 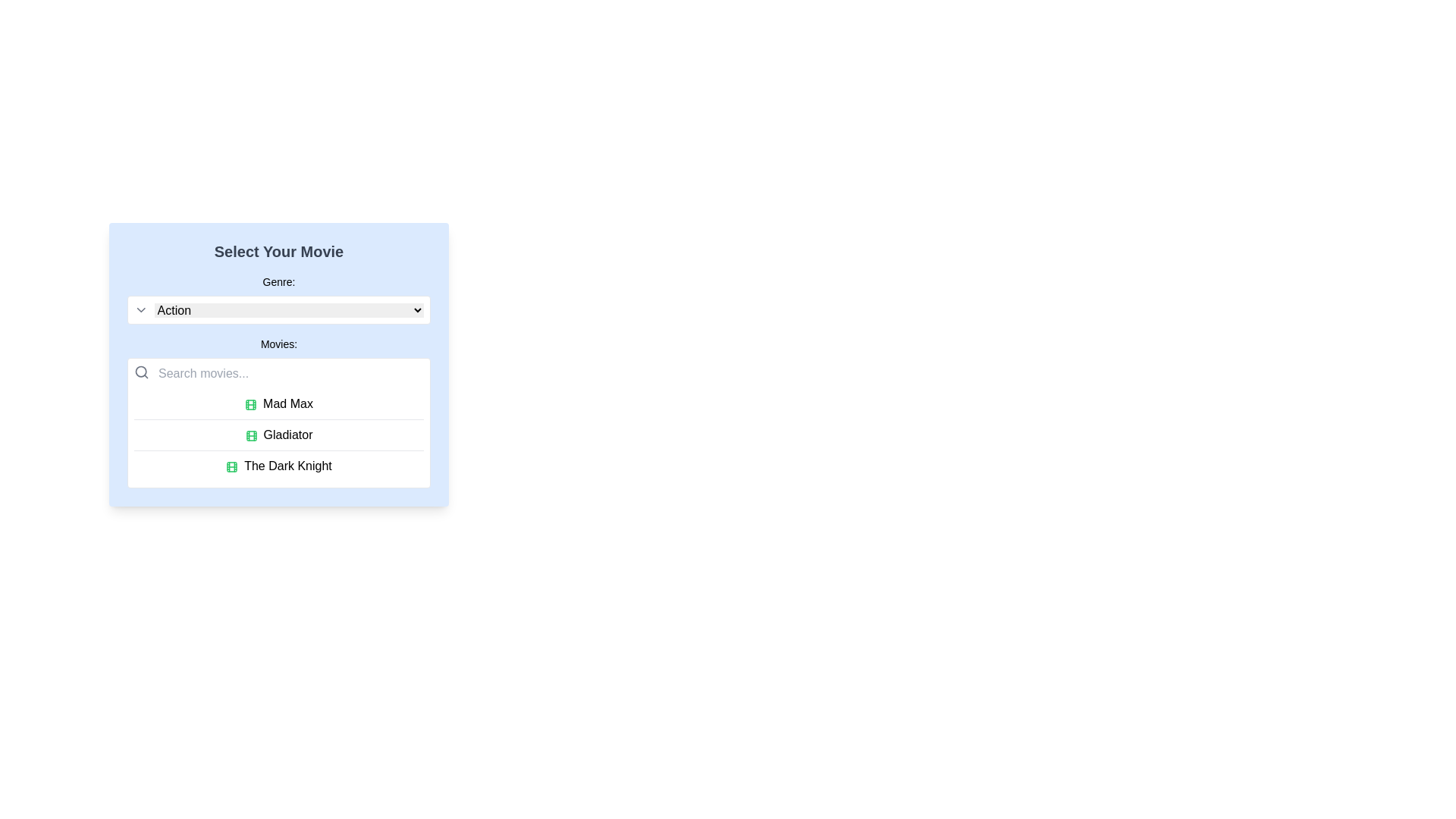 What do you see at coordinates (279, 412) in the screenshot?
I see `a specific movie title in the list of selectable movie options displayed below the 'Genre:' section within the card labeled 'Select Your Movie'` at bounding box center [279, 412].